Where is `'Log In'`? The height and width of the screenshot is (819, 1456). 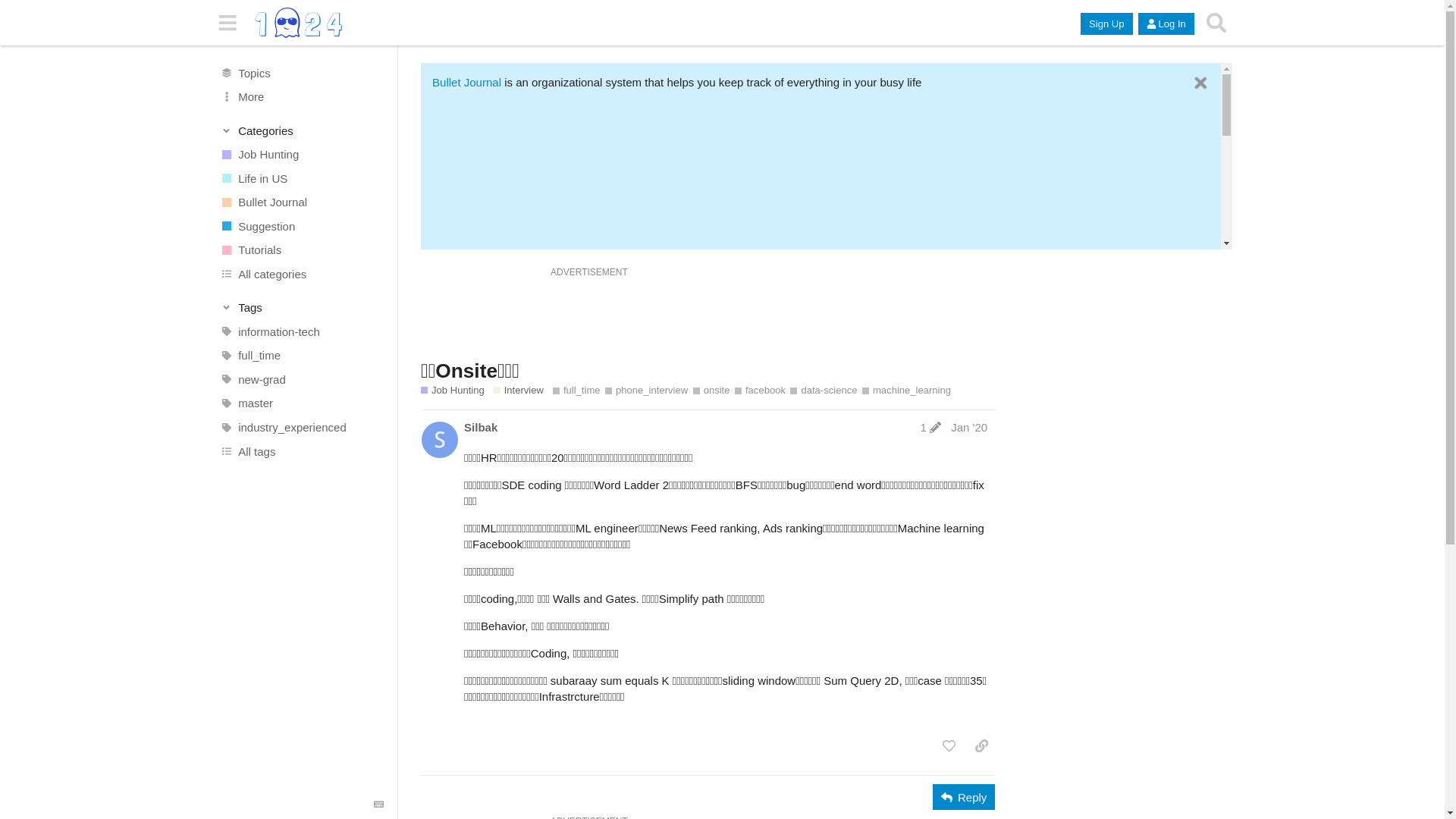
'Log In' is located at coordinates (1165, 24).